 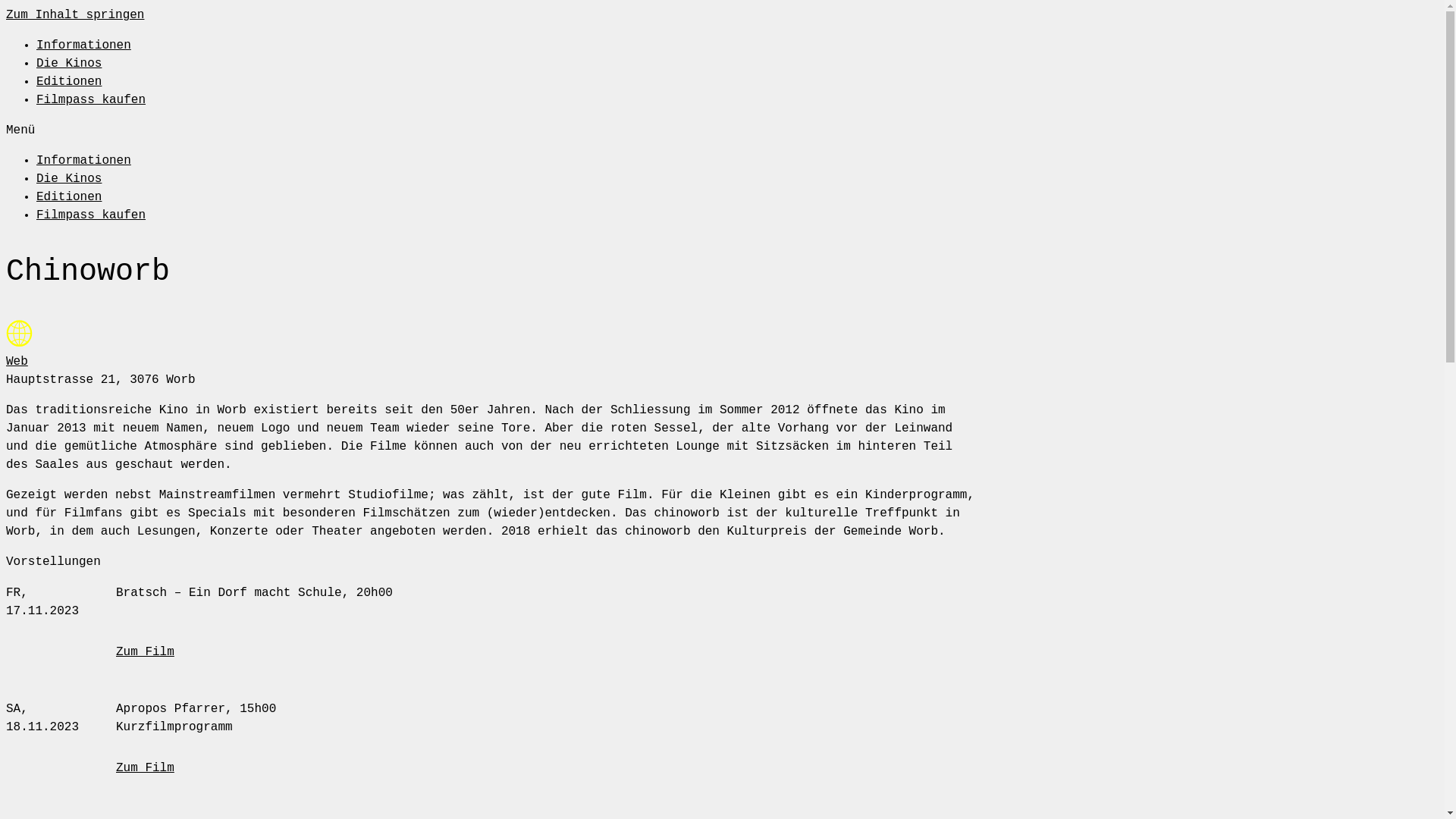 What do you see at coordinates (36, 177) in the screenshot?
I see `'Die Kinos'` at bounding box center [36, 177].